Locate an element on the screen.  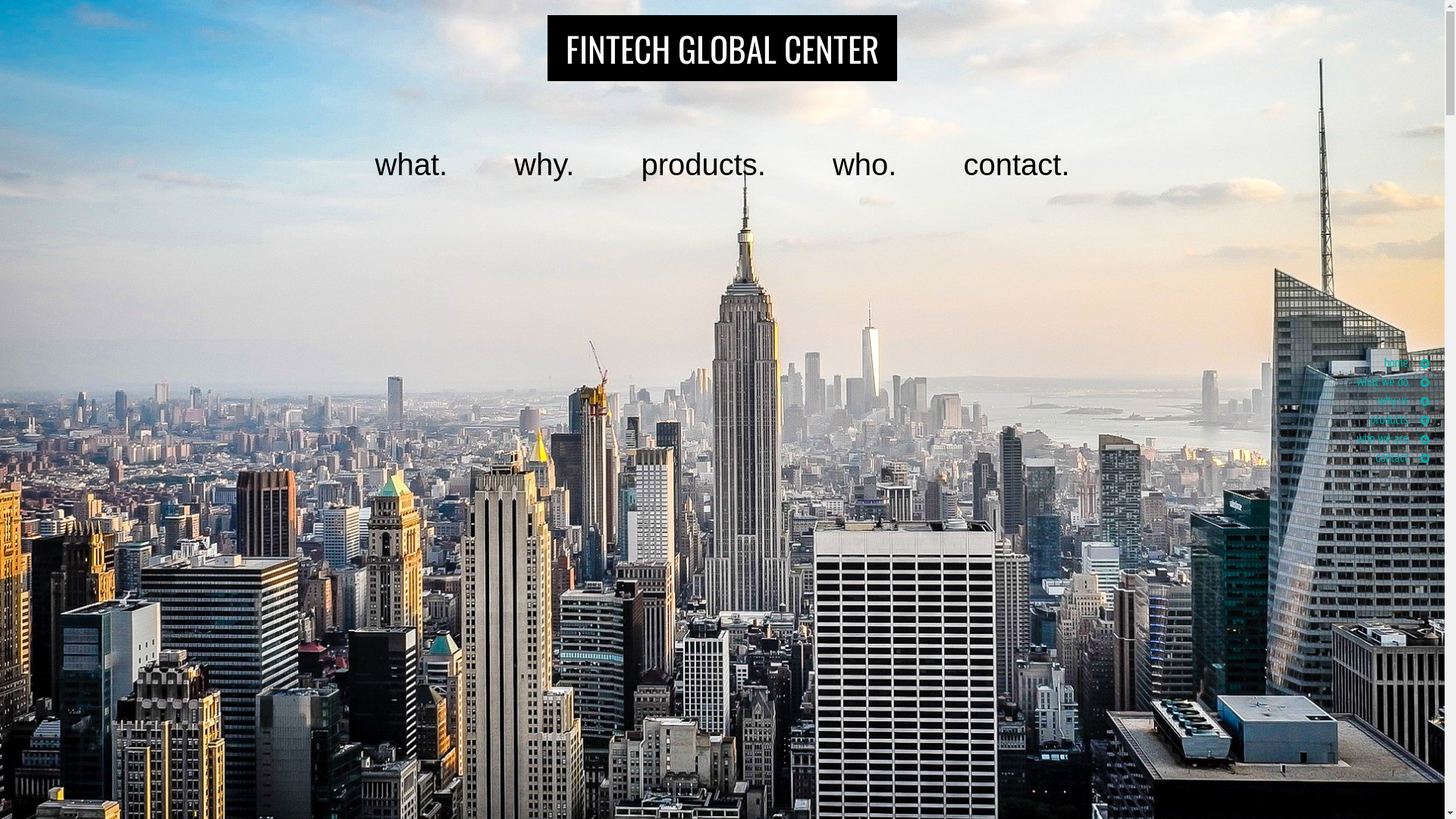
'FINTECH GLOBAL CENTER' is located at coordinates (721, 47).